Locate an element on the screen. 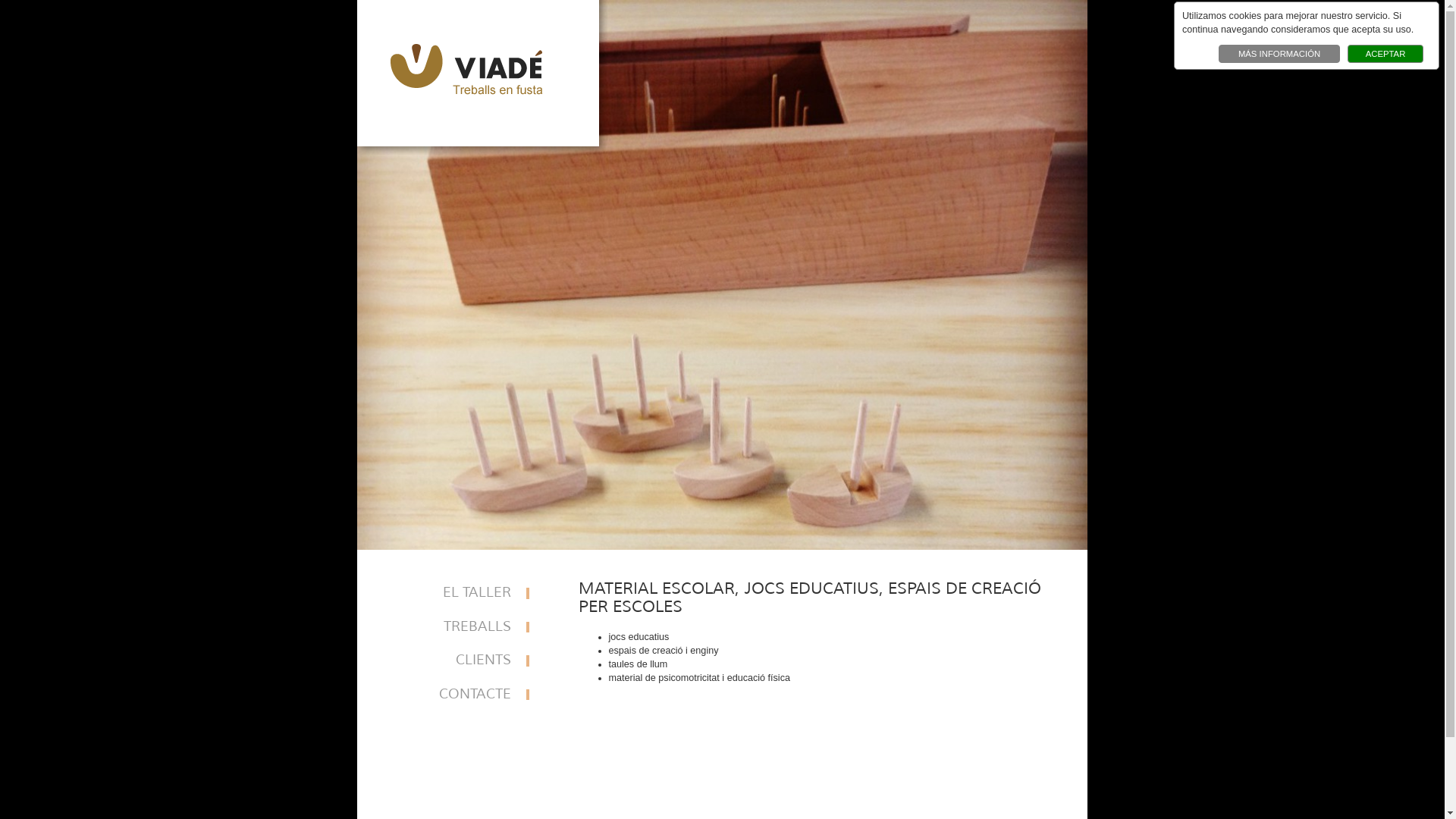 This screenshot has height=819, width=1456. 'TREBALLS' is located at coordinates (463, 627).